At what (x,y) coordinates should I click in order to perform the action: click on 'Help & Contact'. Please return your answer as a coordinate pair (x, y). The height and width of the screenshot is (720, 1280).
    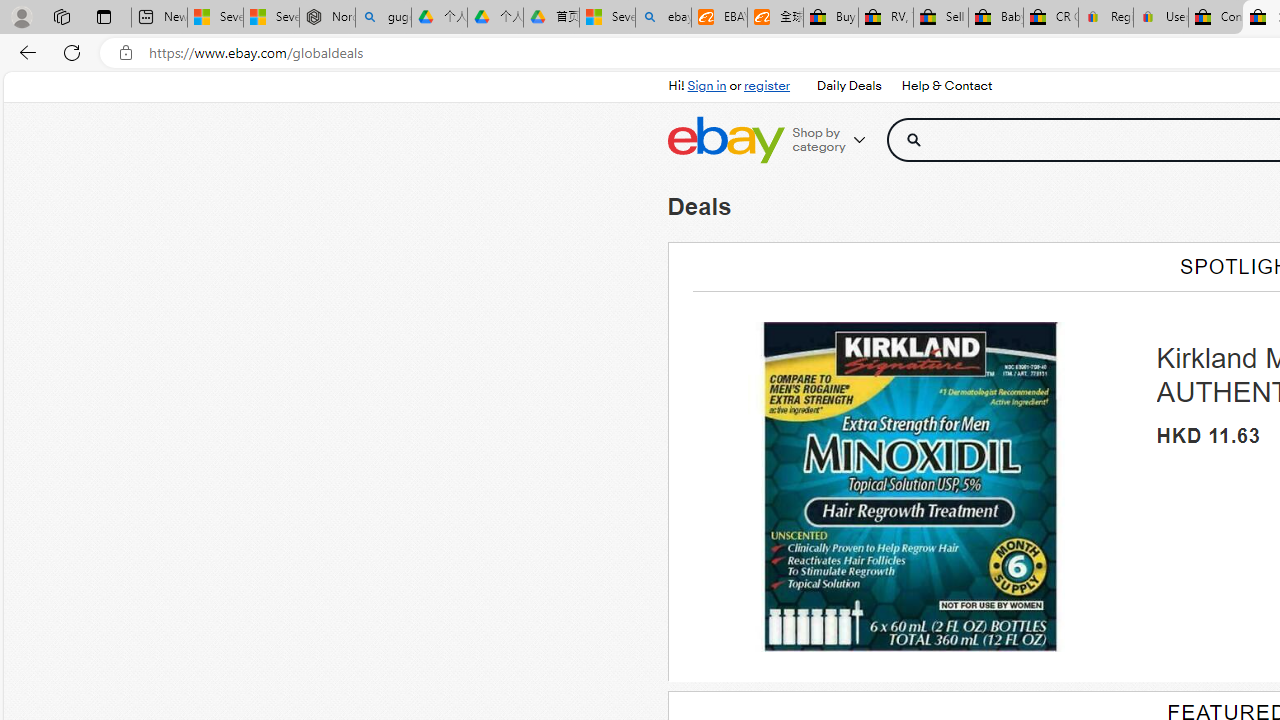
    Looking at the image, I should click on (944, 85).